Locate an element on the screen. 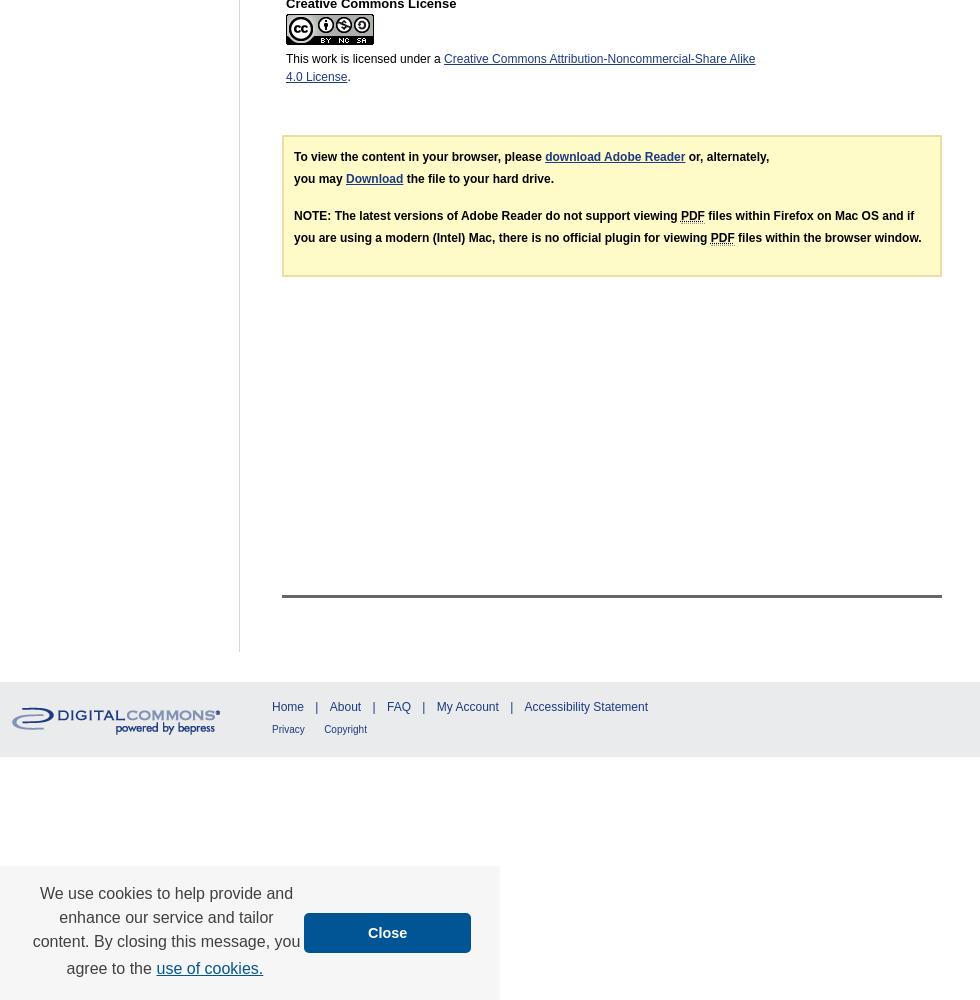 Image resolution: width=980 pixels, height=1000 pixels. 'Download' is located at coordinates (374, 178).